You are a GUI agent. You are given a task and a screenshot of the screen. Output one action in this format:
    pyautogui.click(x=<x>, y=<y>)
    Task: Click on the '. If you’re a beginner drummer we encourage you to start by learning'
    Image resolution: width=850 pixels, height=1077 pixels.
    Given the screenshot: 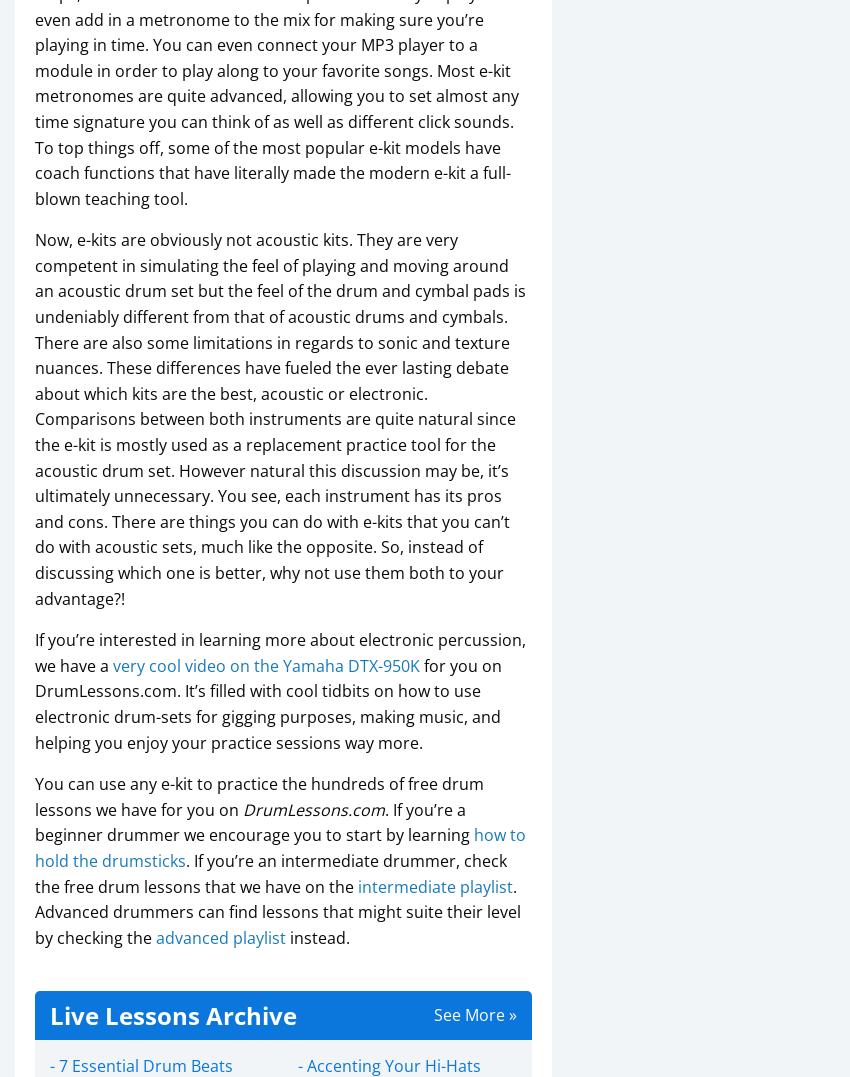 What is the action you would take?
    pyautogui.click(x=254, y=821)
    